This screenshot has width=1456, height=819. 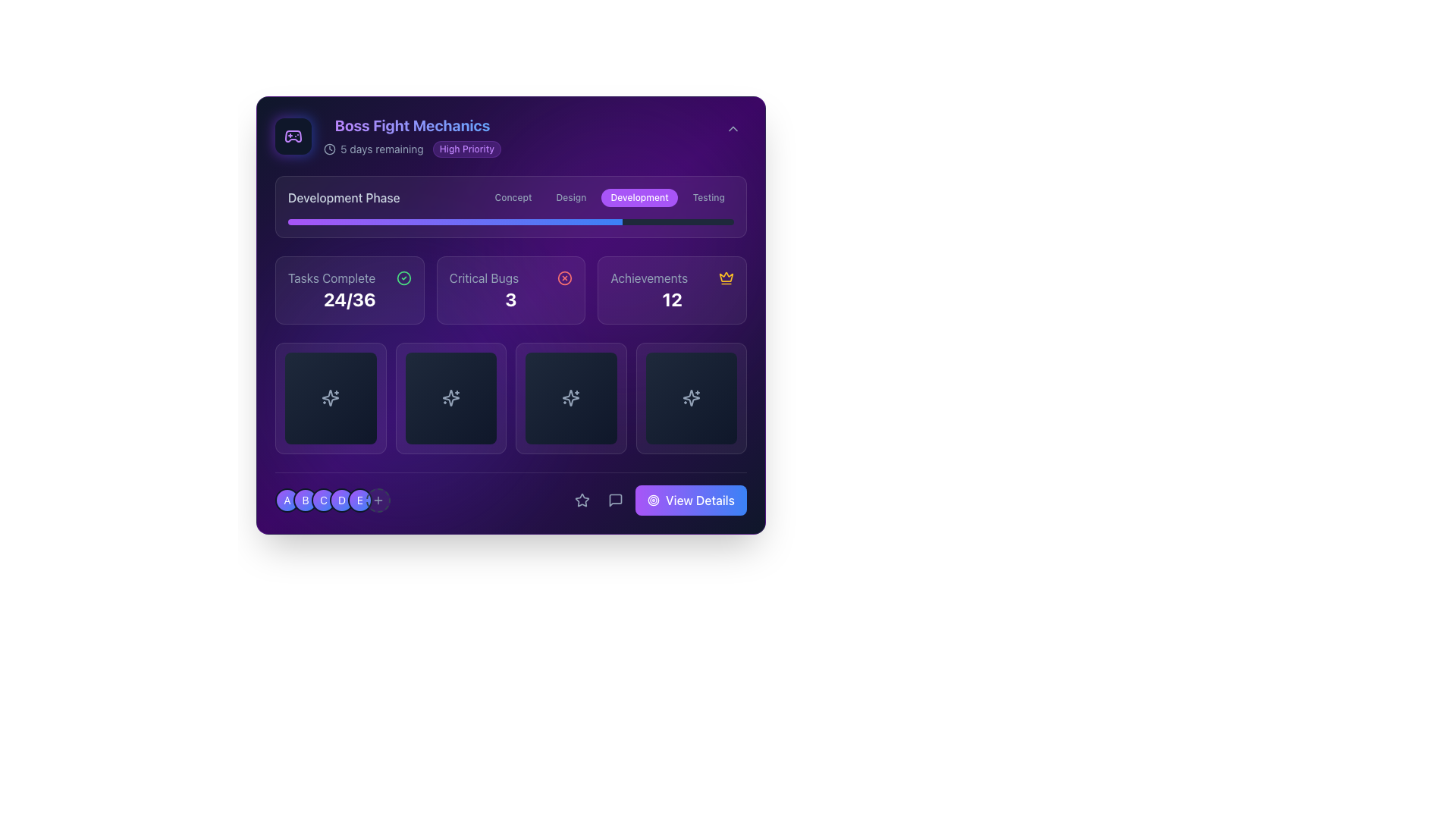 I want to click on the first selectable avatar or button-like UI element representing the letter 'A' located at the bottom left of the interface, so click(x=287, y=500).